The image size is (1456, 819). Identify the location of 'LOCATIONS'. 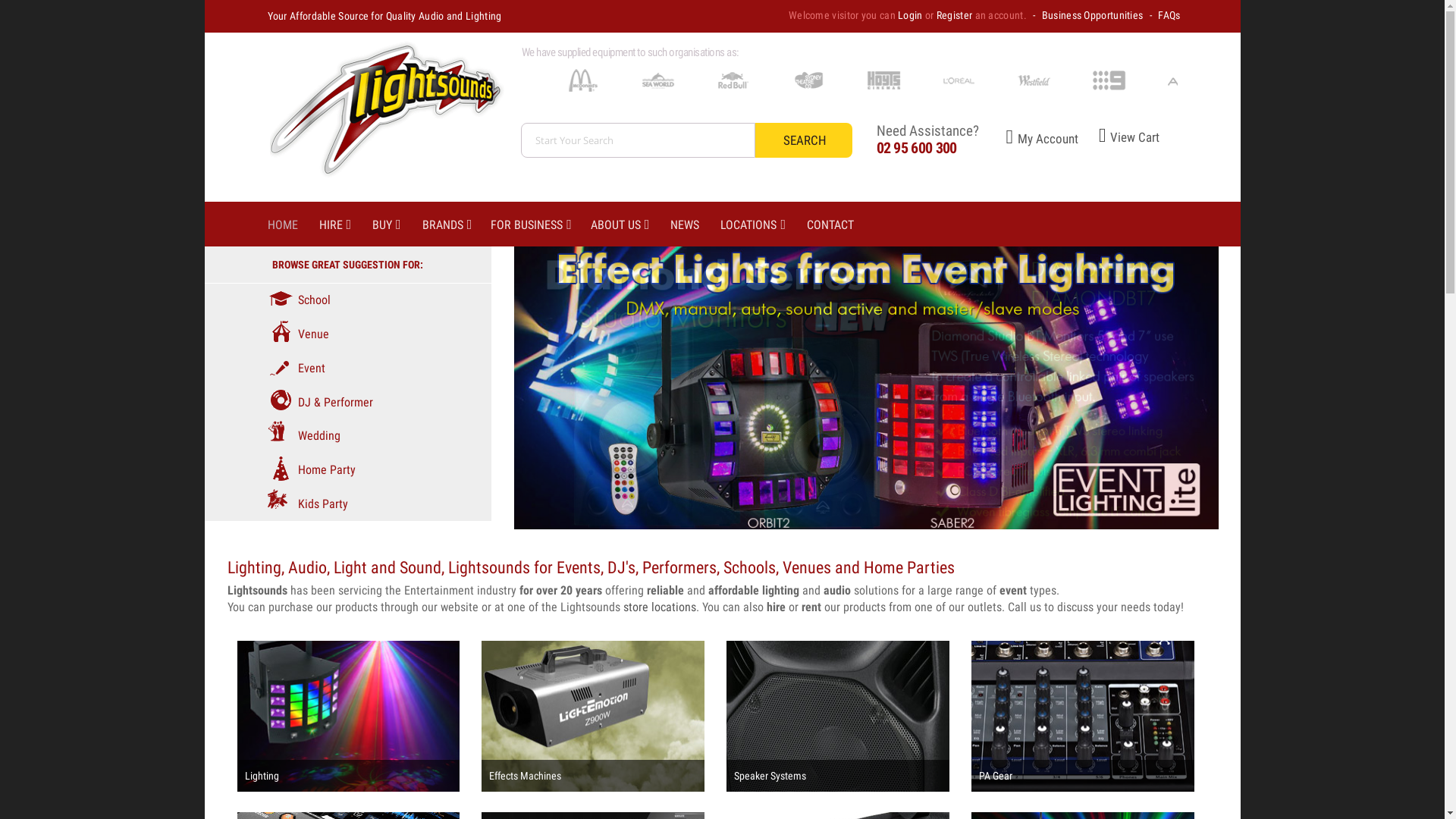
(764, 225).